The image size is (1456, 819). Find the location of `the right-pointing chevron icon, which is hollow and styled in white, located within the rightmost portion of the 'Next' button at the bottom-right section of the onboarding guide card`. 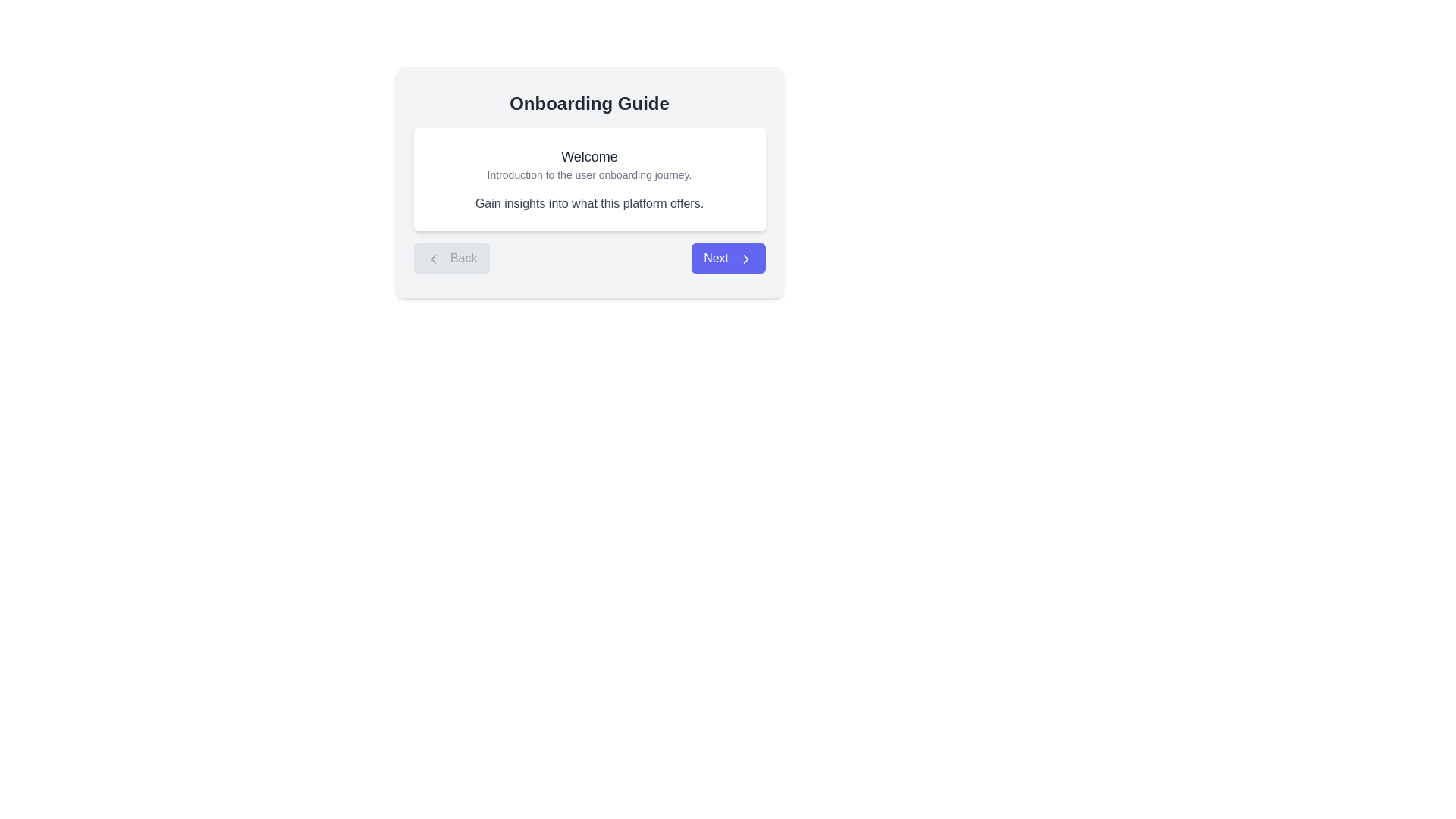

the right-pointing chevron icon, which is hollow and styled in white, located within the rightmost portion of the 'Next' button at the bottom-right section of the onboarding guide card is located at coordinates (745, 258).